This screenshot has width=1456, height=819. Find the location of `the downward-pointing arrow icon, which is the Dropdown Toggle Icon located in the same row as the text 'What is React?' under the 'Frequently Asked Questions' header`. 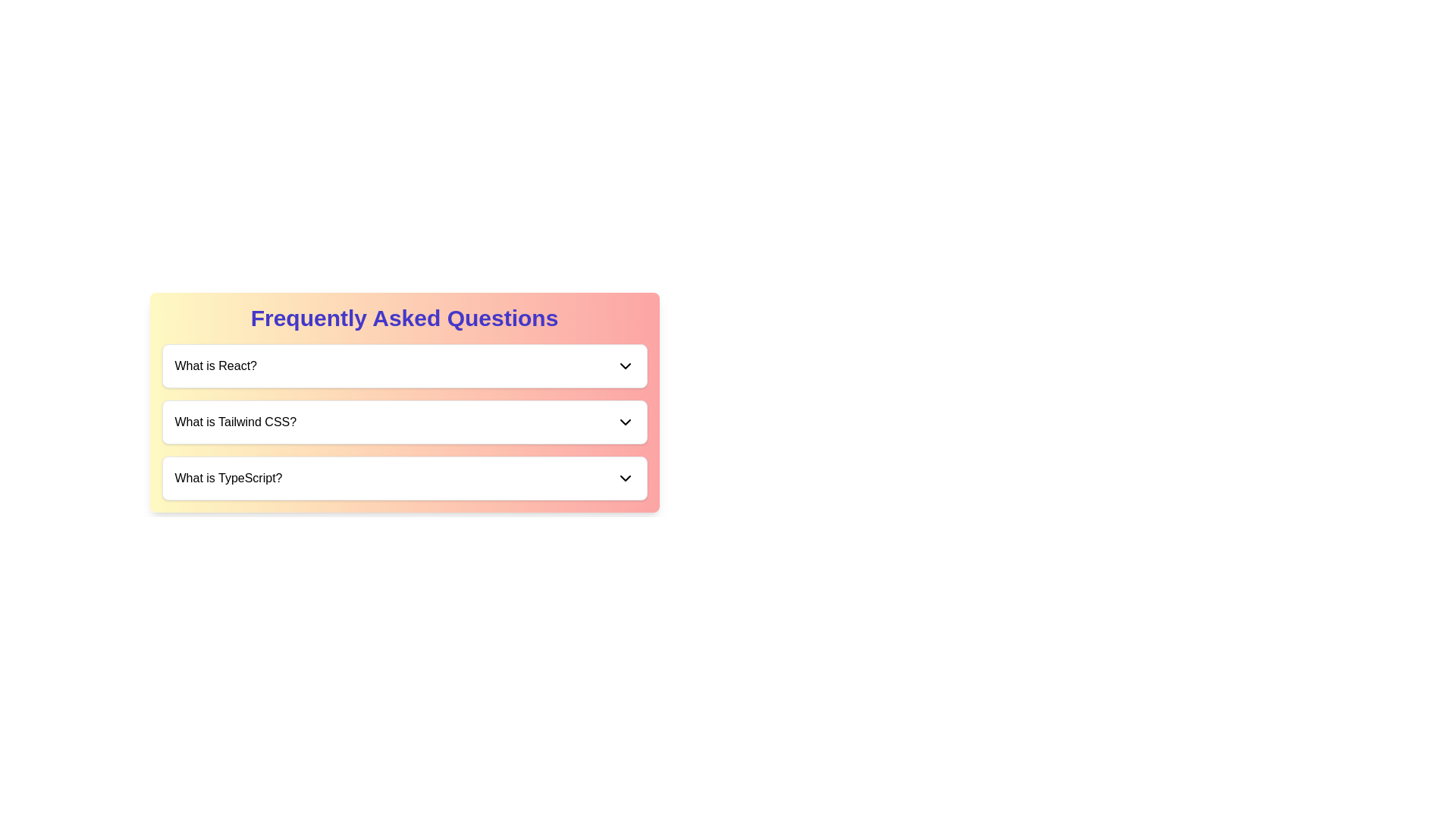

the downward-pointing arrow icon, which is the Dropdown Toggle Icon located in the same row as the text 'What is React?' under the 'Frequently Asked Questions' header is located at coordinates (625, 366).